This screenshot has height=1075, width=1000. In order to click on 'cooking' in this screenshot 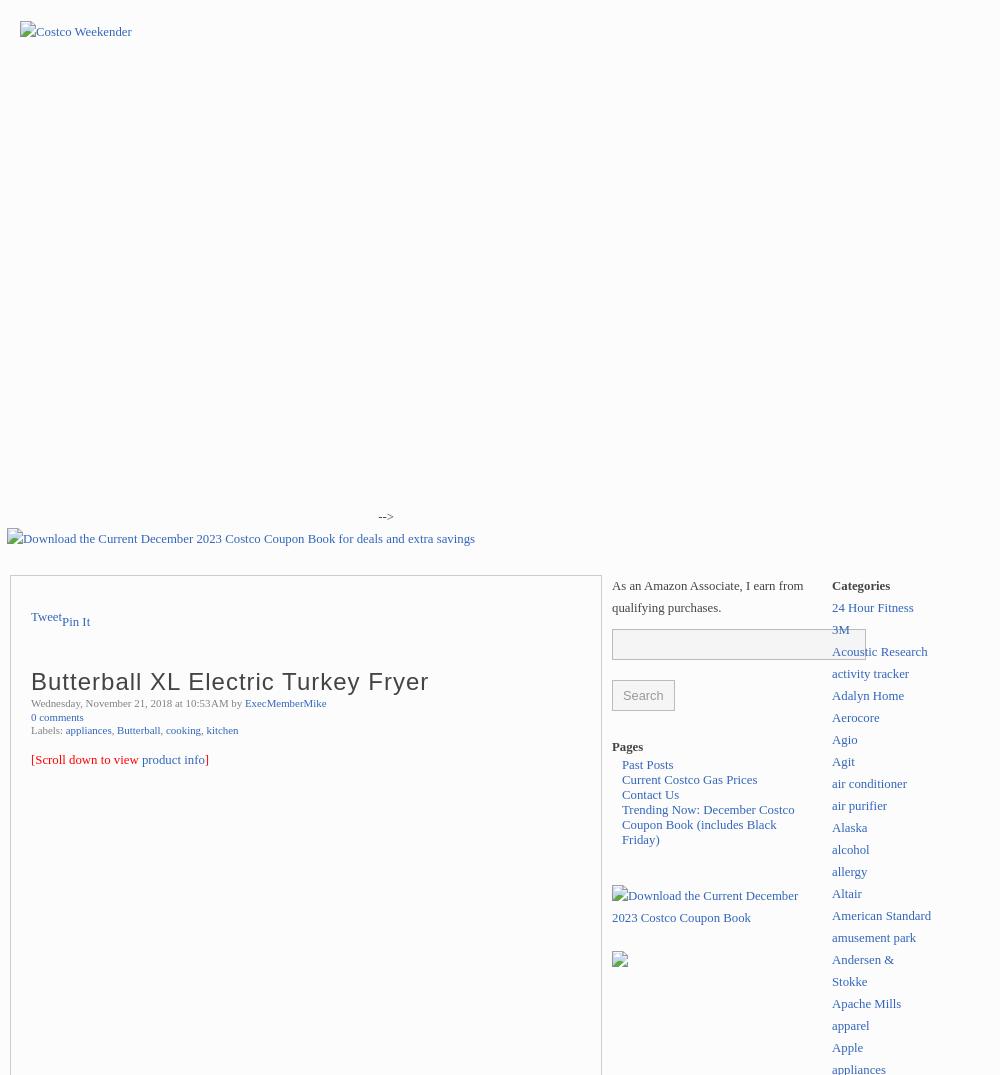, I will do `click(166, 729)`.